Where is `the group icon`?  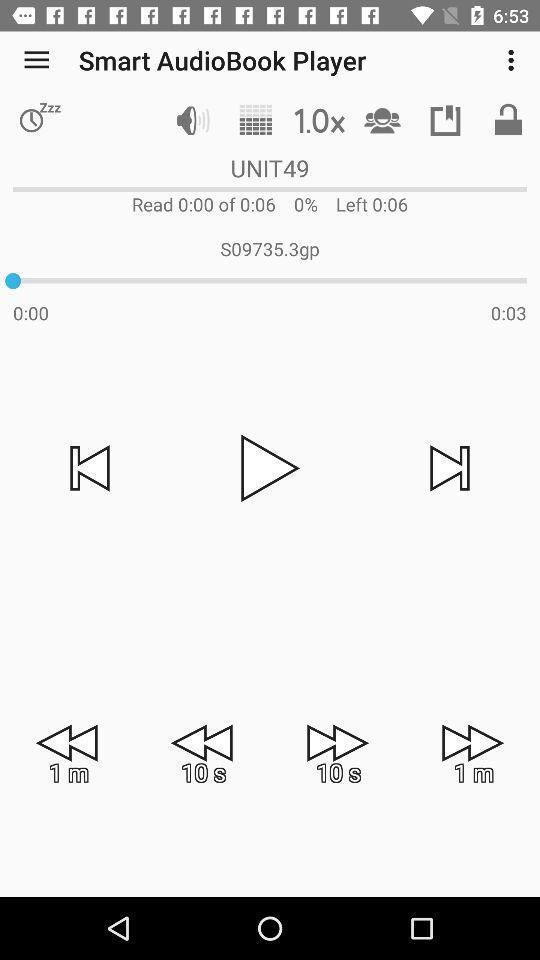 the group icon is located at coordinates (382, 120).